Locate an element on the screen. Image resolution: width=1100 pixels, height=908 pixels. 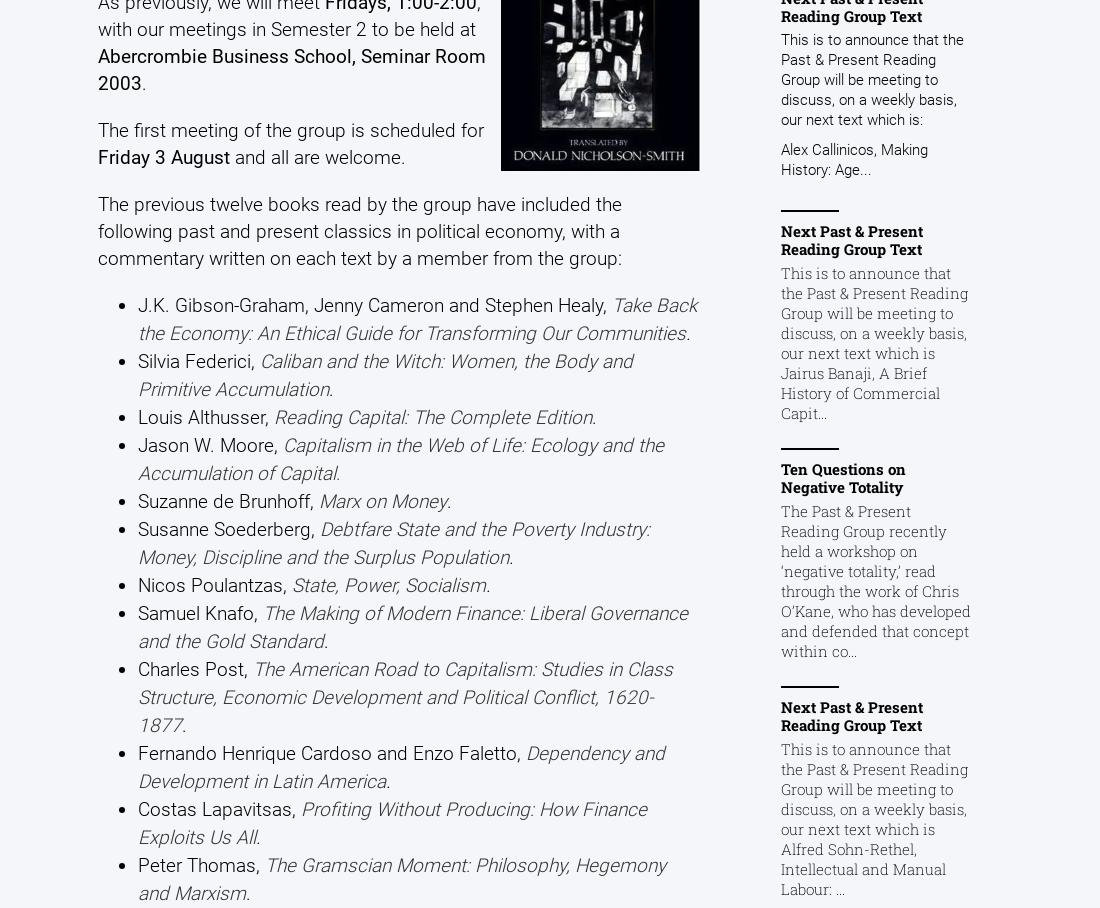
'Capitalism in the Web of Life: Ecology and the Accumulation of Capital' is located at coordinates (136, 457).